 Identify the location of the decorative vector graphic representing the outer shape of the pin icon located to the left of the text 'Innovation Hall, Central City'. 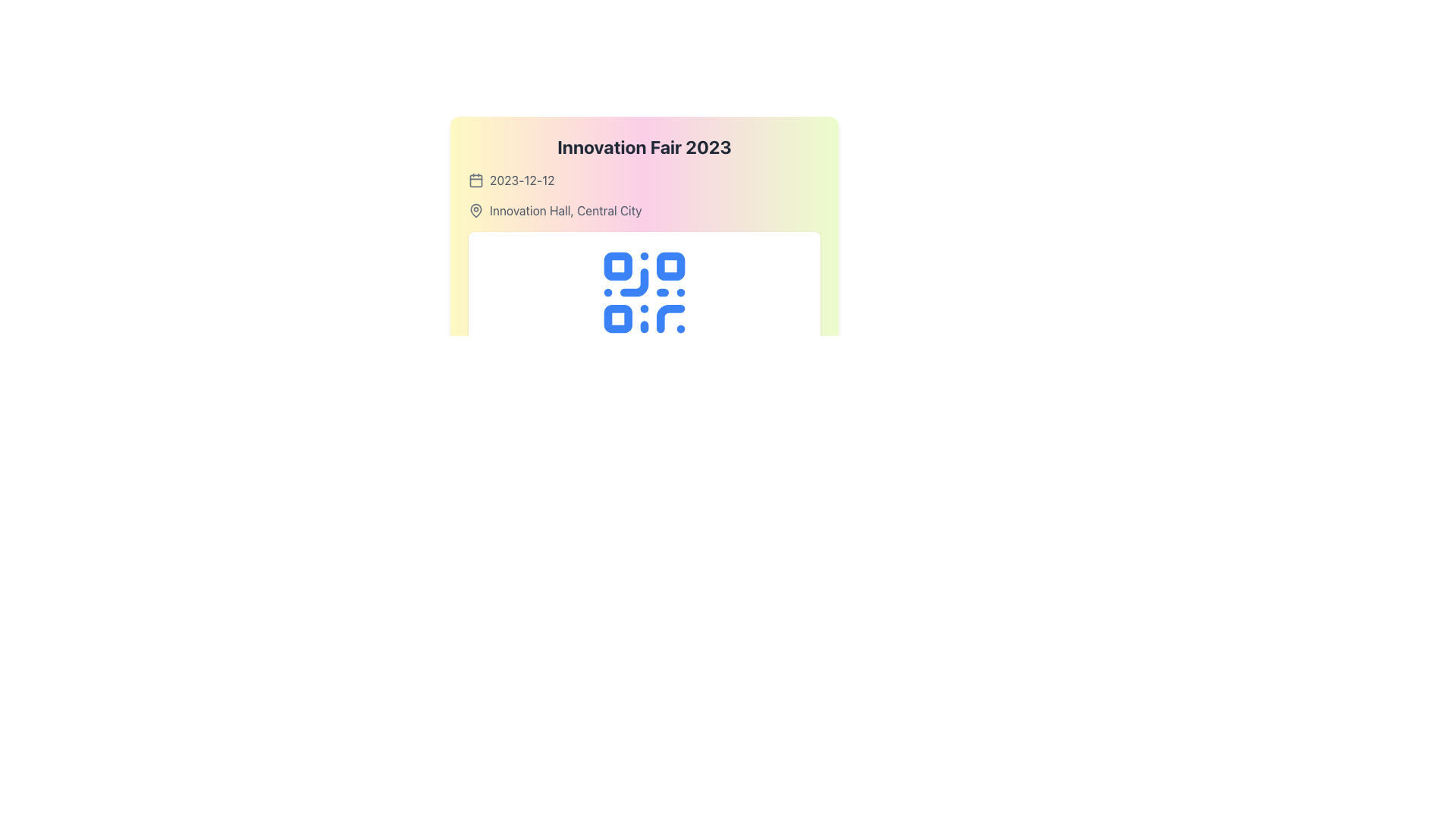
(475, 210).